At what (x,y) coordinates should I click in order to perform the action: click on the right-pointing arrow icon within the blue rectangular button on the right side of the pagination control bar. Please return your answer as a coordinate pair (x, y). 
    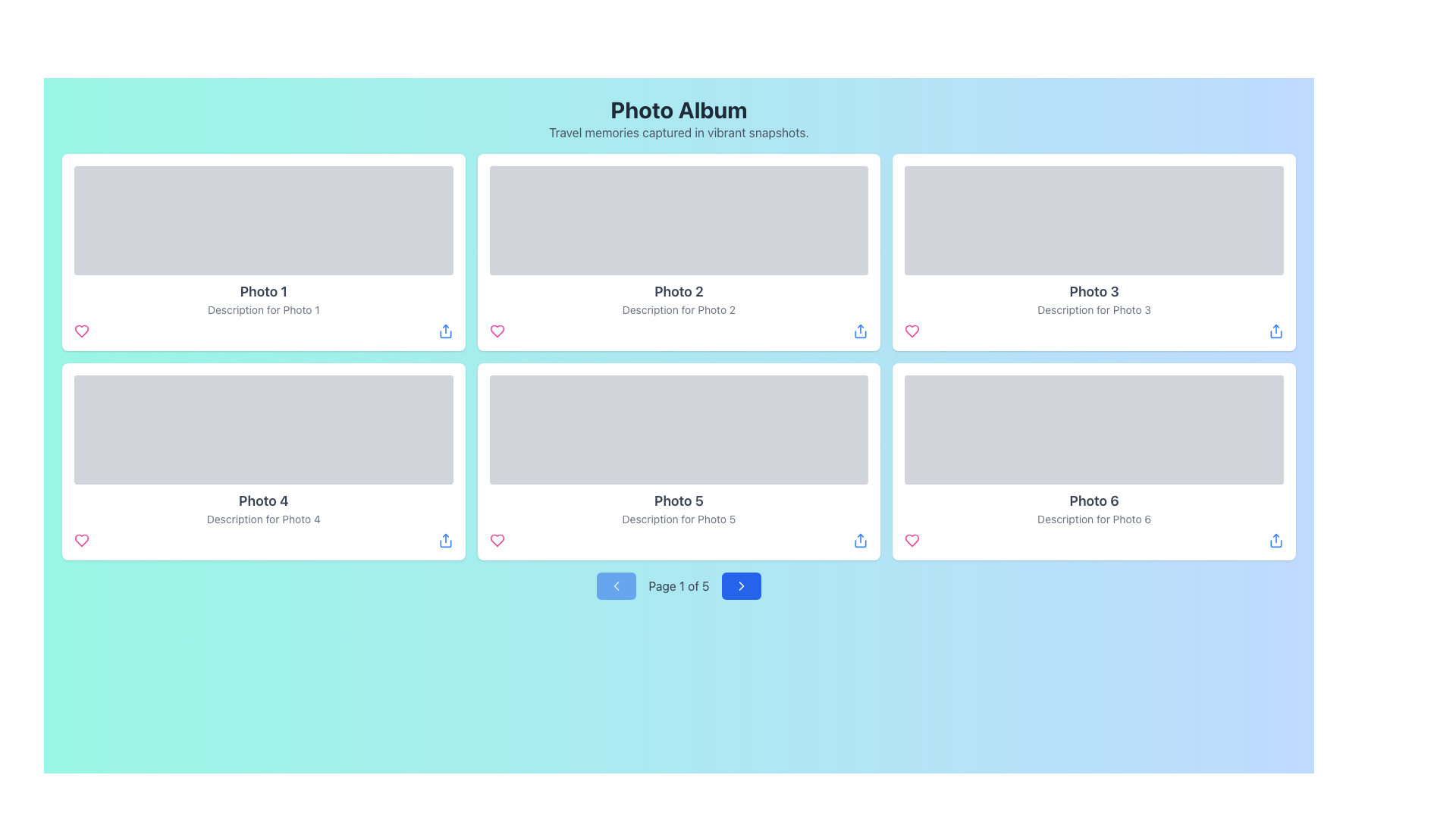
    Looking at the image, I should click on (741, 585).